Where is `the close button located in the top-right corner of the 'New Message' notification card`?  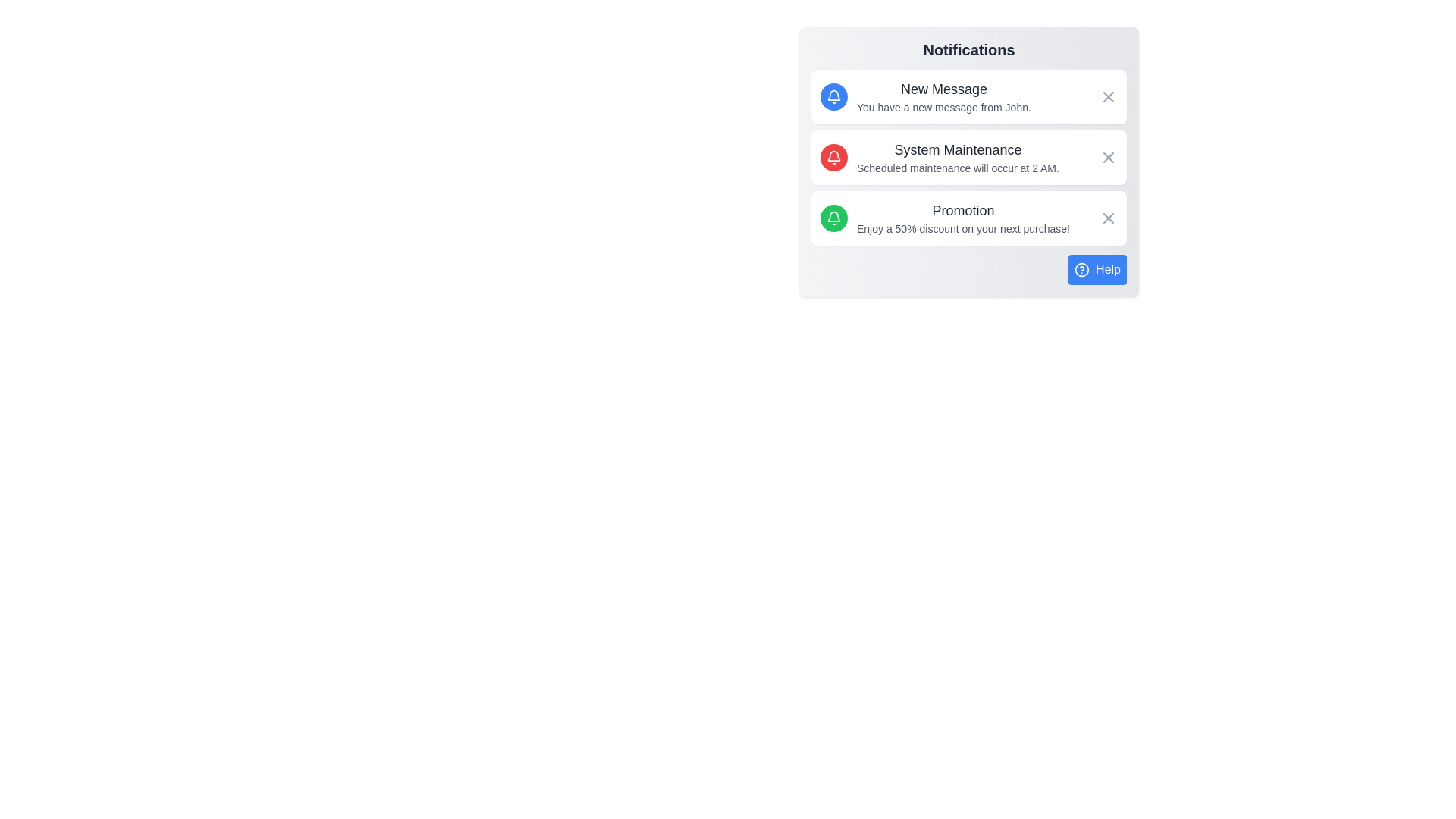
the close button located in the top-right corner of the 'New Message' notification card is located at coordinates (1109, 96).